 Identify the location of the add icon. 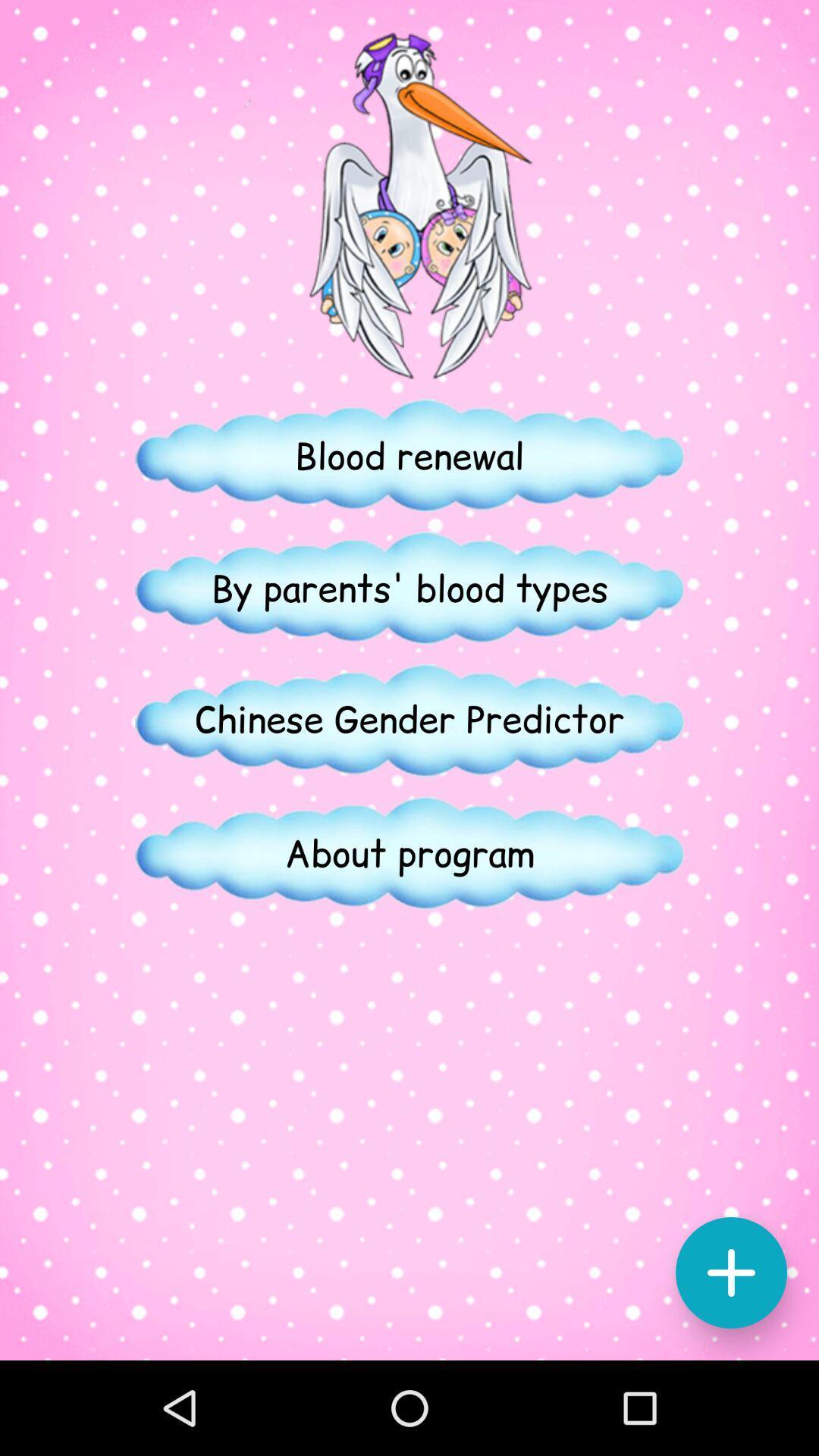
(730, 1272).